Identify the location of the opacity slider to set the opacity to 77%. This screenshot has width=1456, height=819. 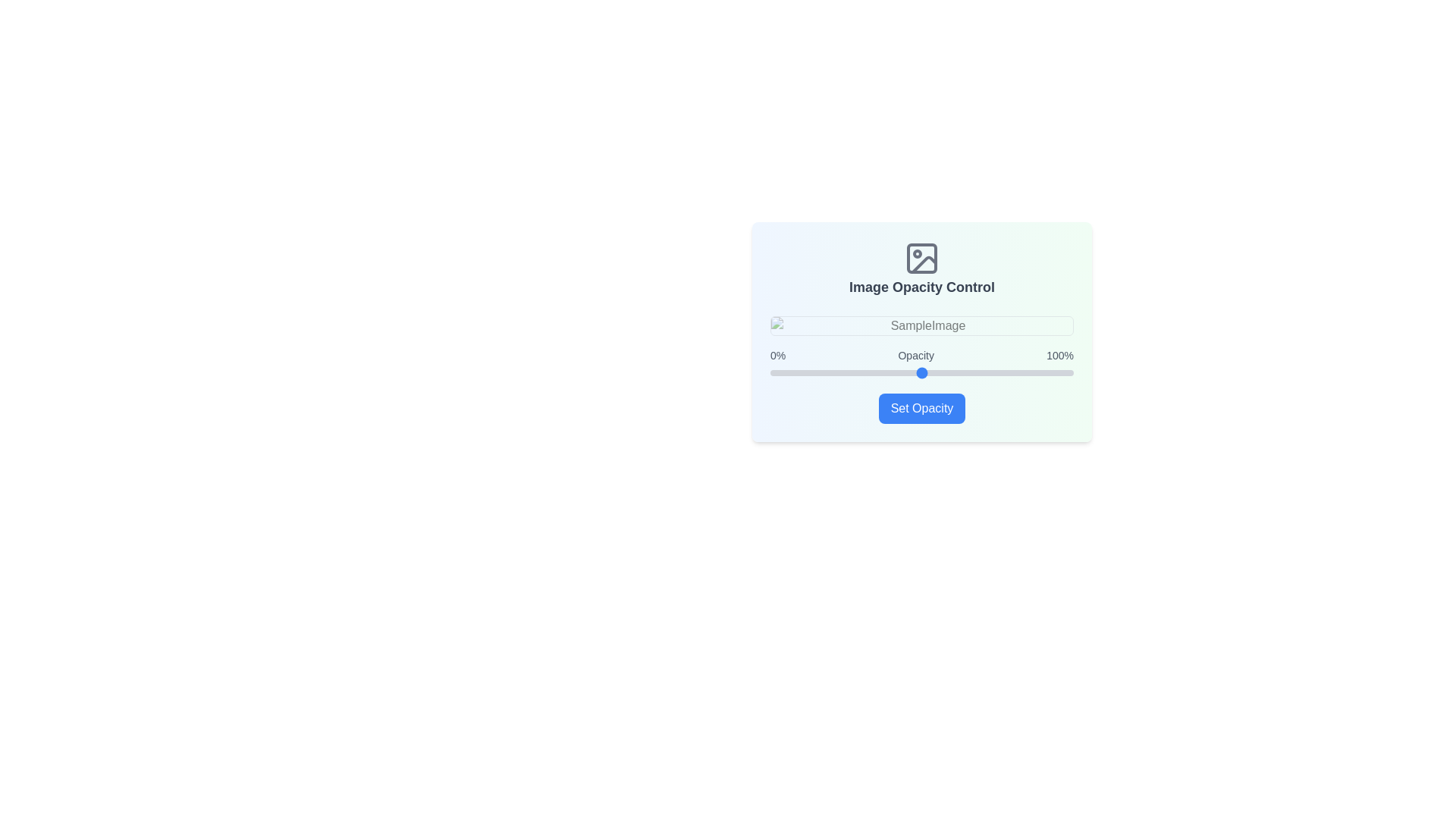
(1004, 373).